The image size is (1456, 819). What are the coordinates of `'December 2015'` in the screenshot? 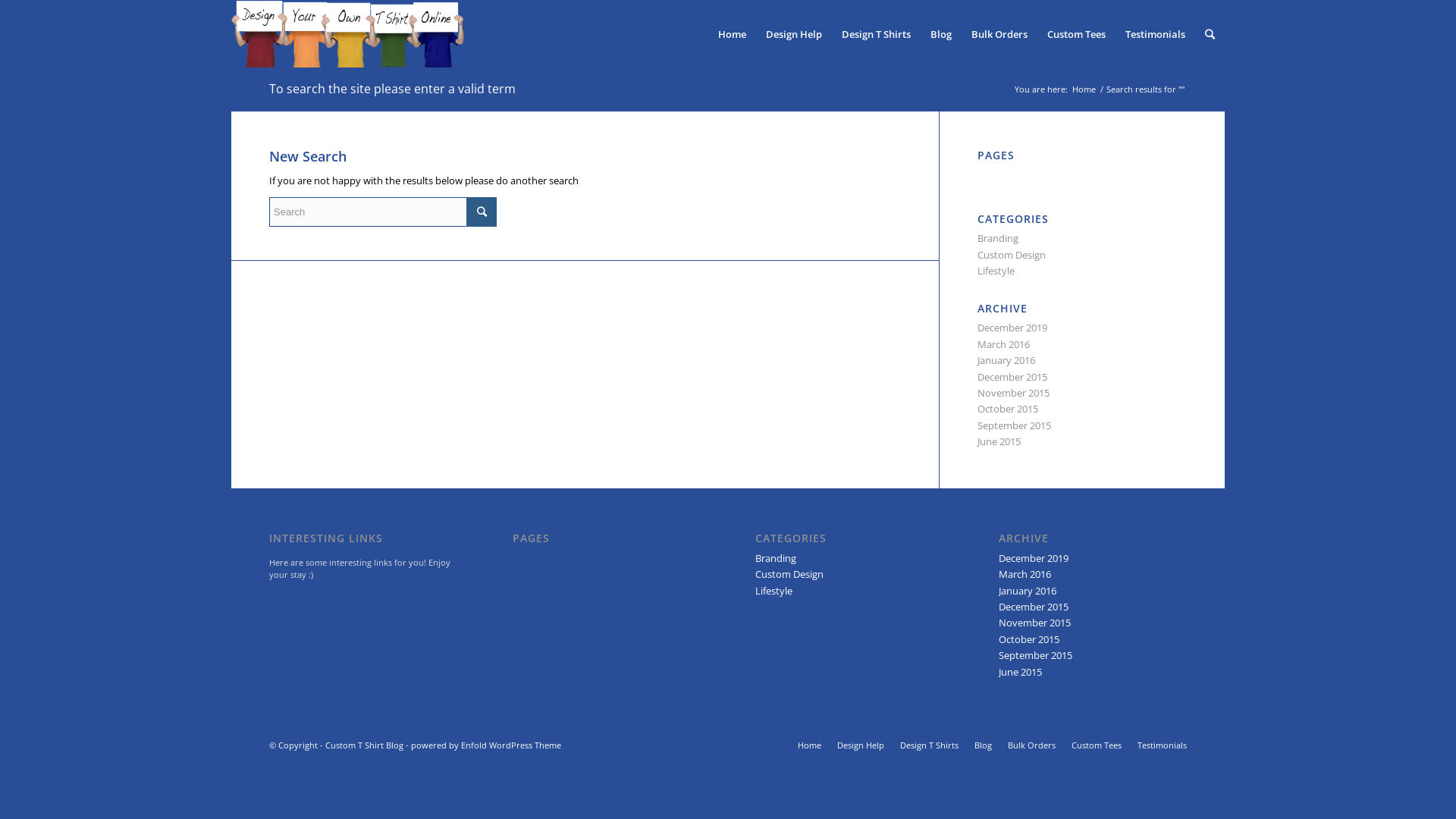 It's located at (1033, 605).